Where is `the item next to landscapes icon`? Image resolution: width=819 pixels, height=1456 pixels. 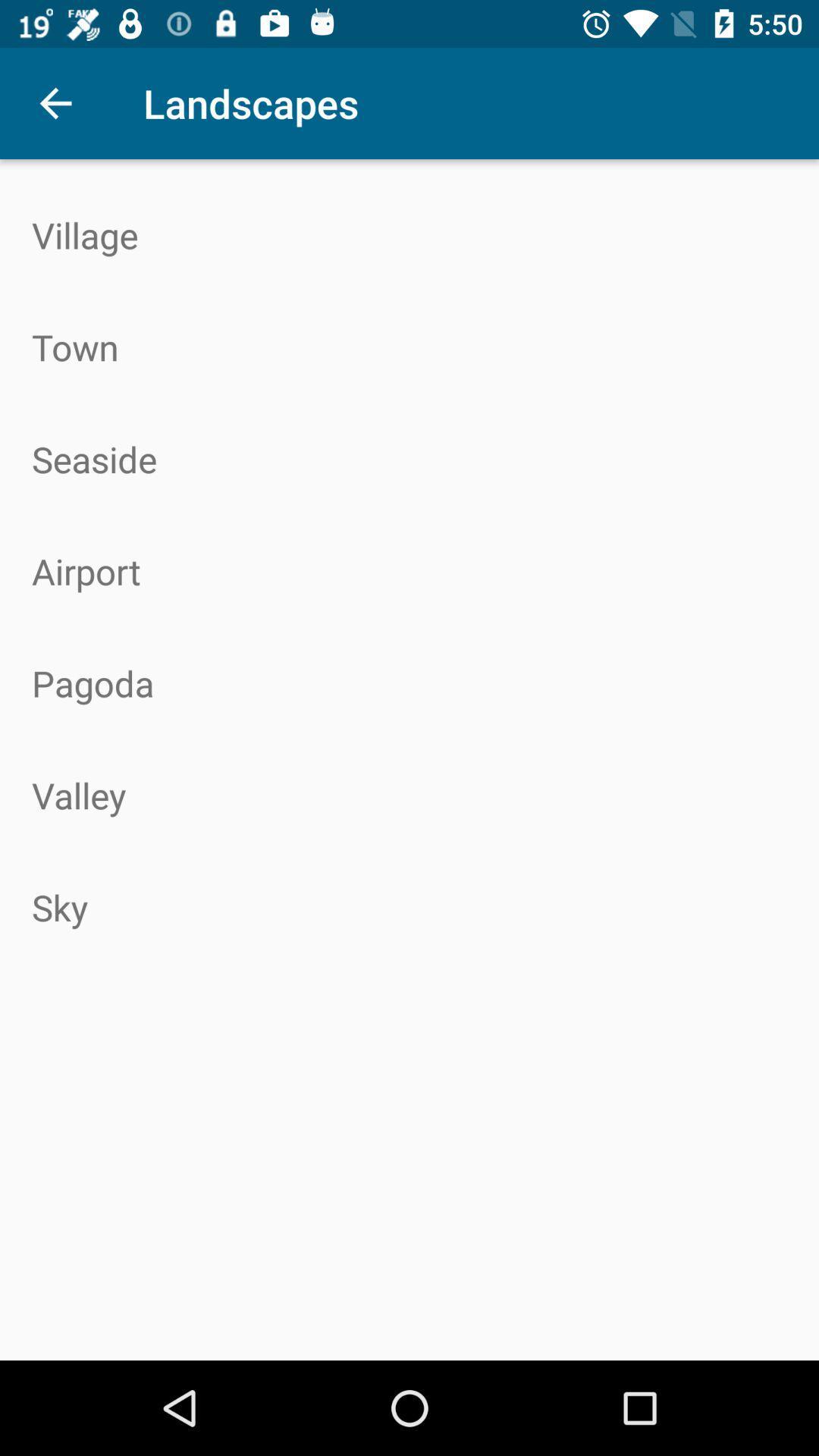 the item next to landscapes icon is located at coordinates (55, 102).